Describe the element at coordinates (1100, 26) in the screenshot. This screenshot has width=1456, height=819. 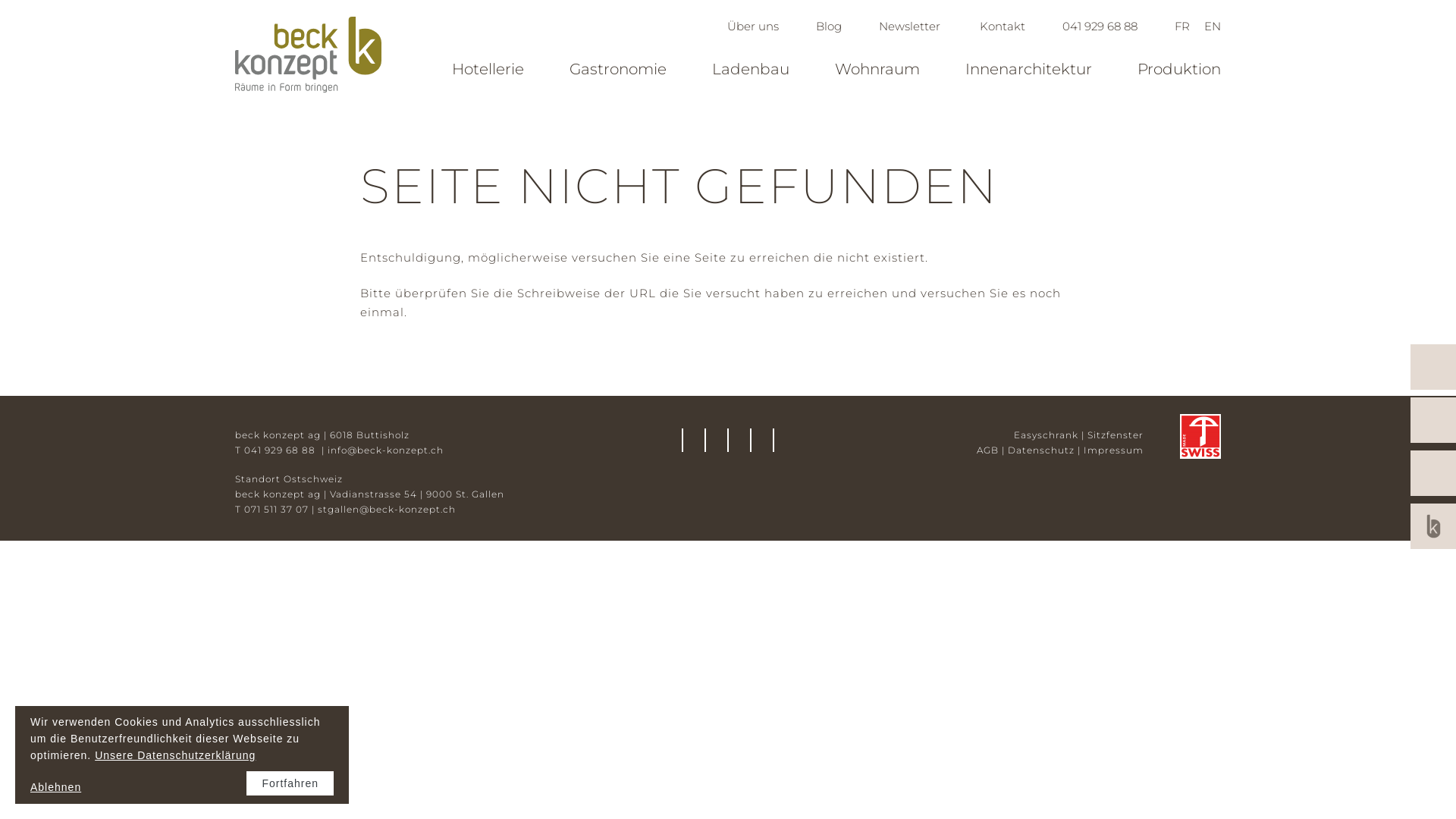
I see `'041 929 68 88'` at that location.